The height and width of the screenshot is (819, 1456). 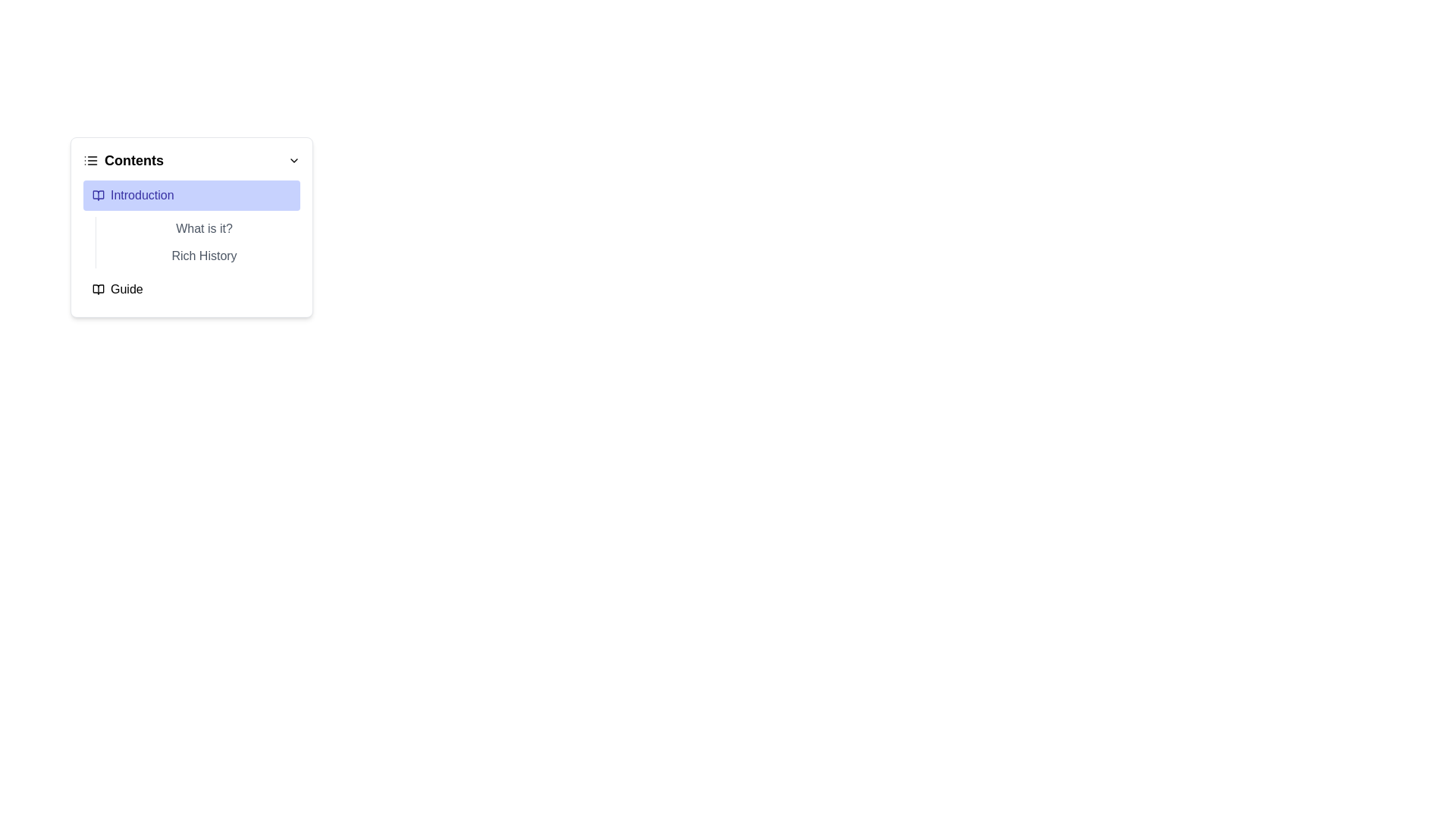 I want to click on the informational text block located beneath the 'Introduction' section in the navigation menu, which is the second element in the list, so click(x=196, y=242).